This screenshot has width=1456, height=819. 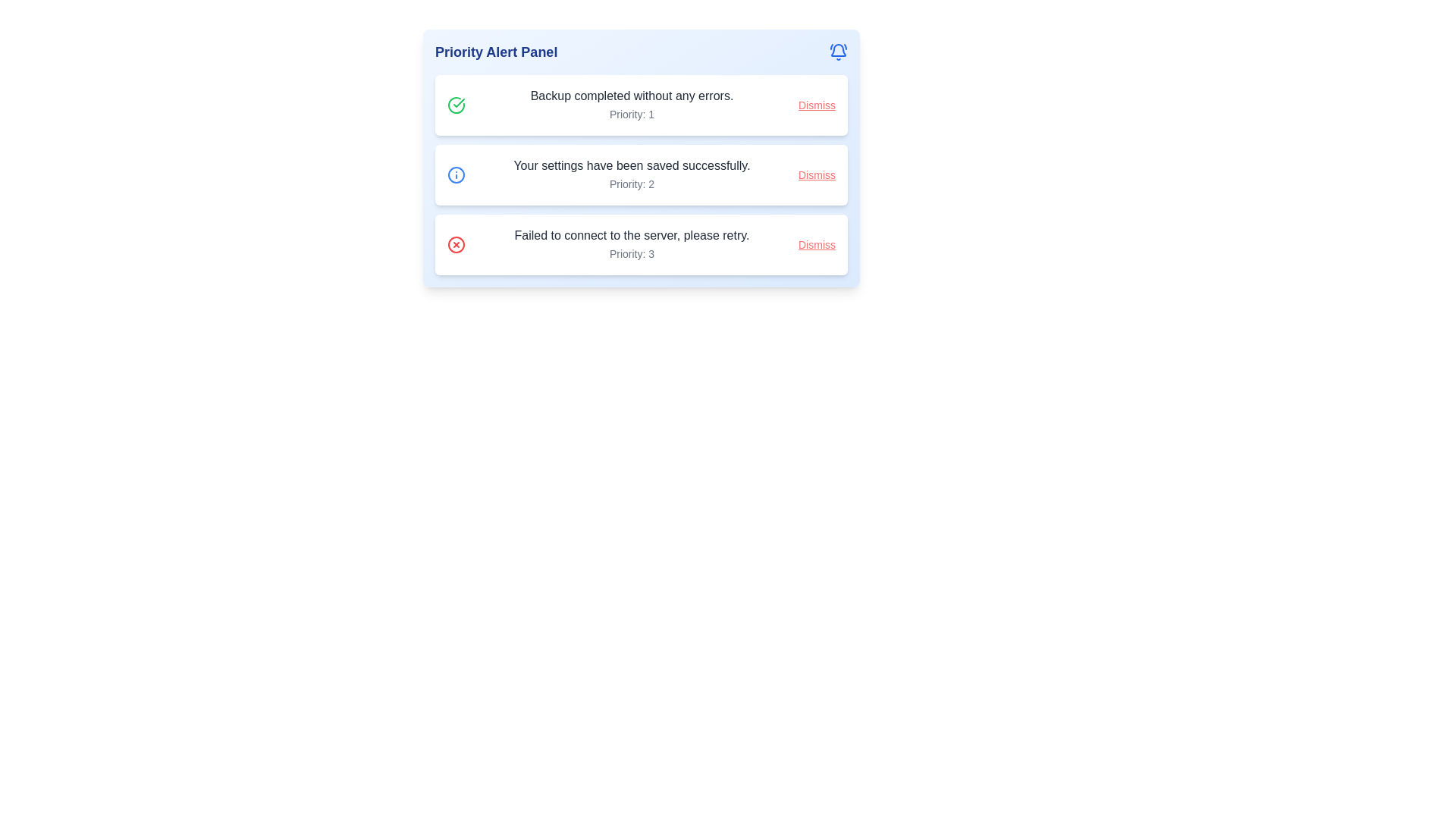 I want to click on notification text from the first notification card in the vertical list that indicates a successful backup operation, so click(x=641, y=104).